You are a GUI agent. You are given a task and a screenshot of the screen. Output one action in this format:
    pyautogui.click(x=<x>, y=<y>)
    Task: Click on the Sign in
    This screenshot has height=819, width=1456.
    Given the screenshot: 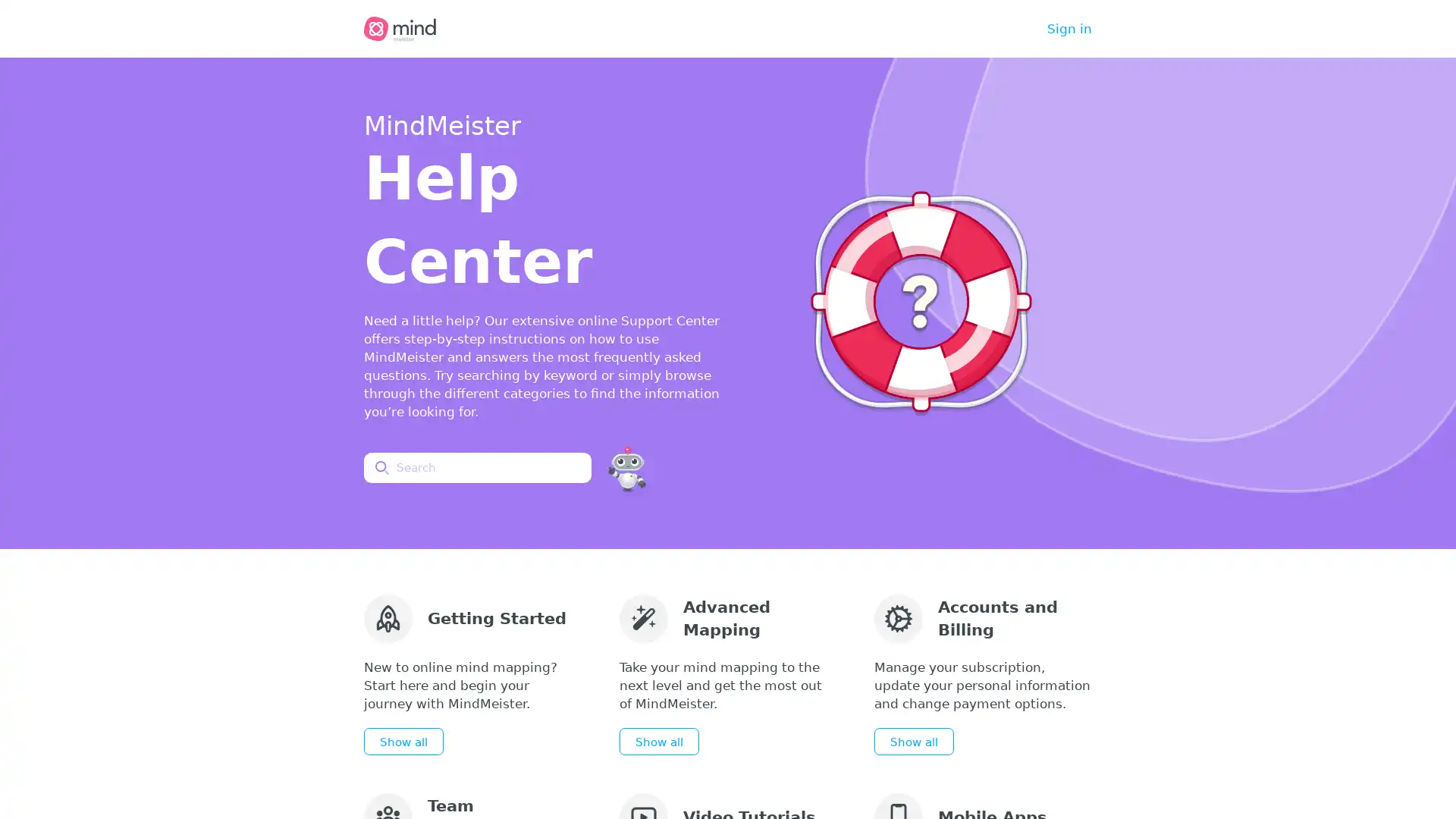 What is the action you would take?
    pyautogui.click(x=1068, y=29)
    